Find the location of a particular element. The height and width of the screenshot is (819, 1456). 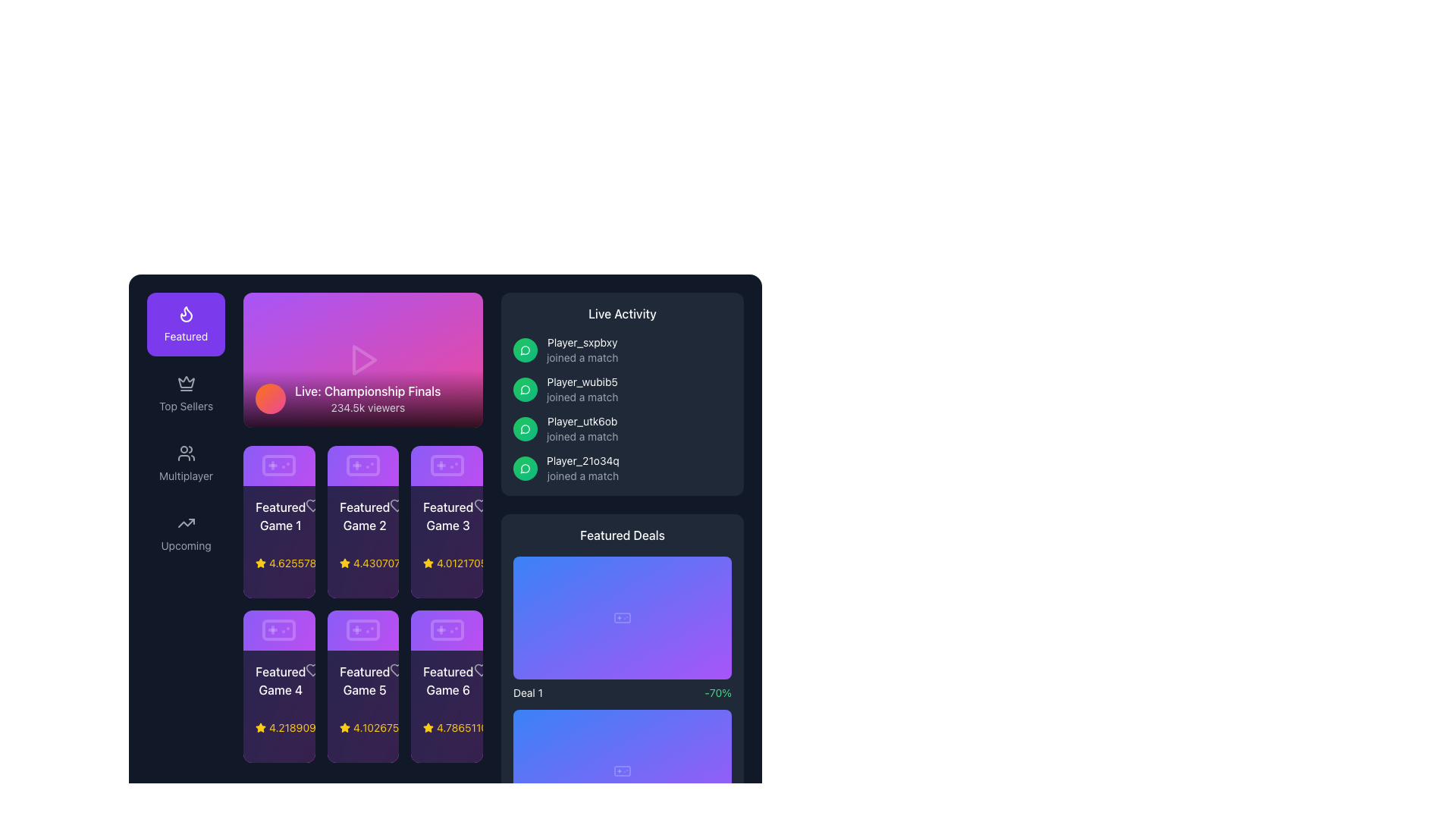

the rating display component located beneath the 'Featured Game 4' card, positioned in the lower left section of the grid layout is located at coordinates (311, 727).